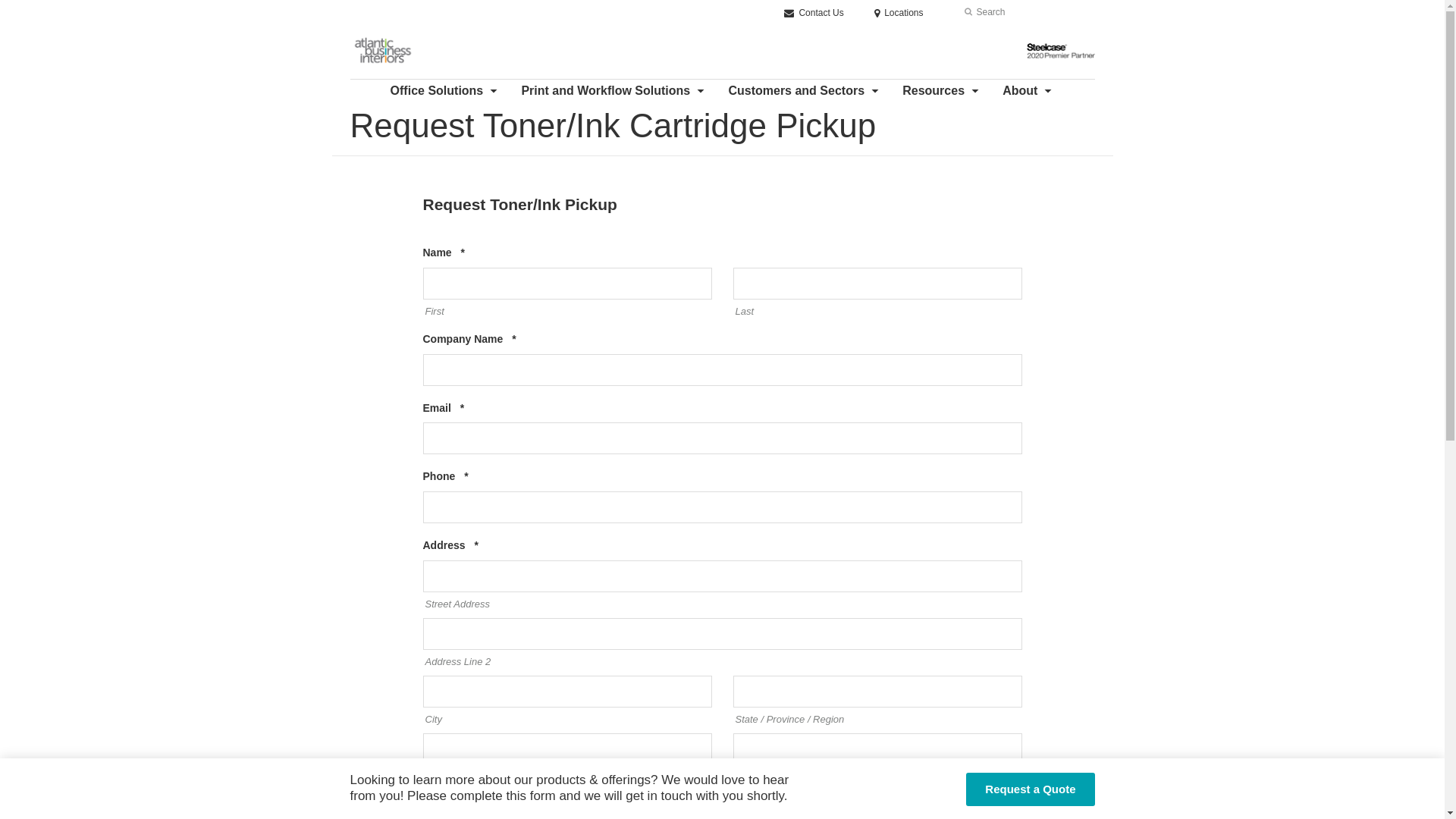 Image resolution: width=1456 pixels, height=819 pixels. Describe the element at coordinates (899, 12) in the screenshot. I see `'Locations'` at that location.